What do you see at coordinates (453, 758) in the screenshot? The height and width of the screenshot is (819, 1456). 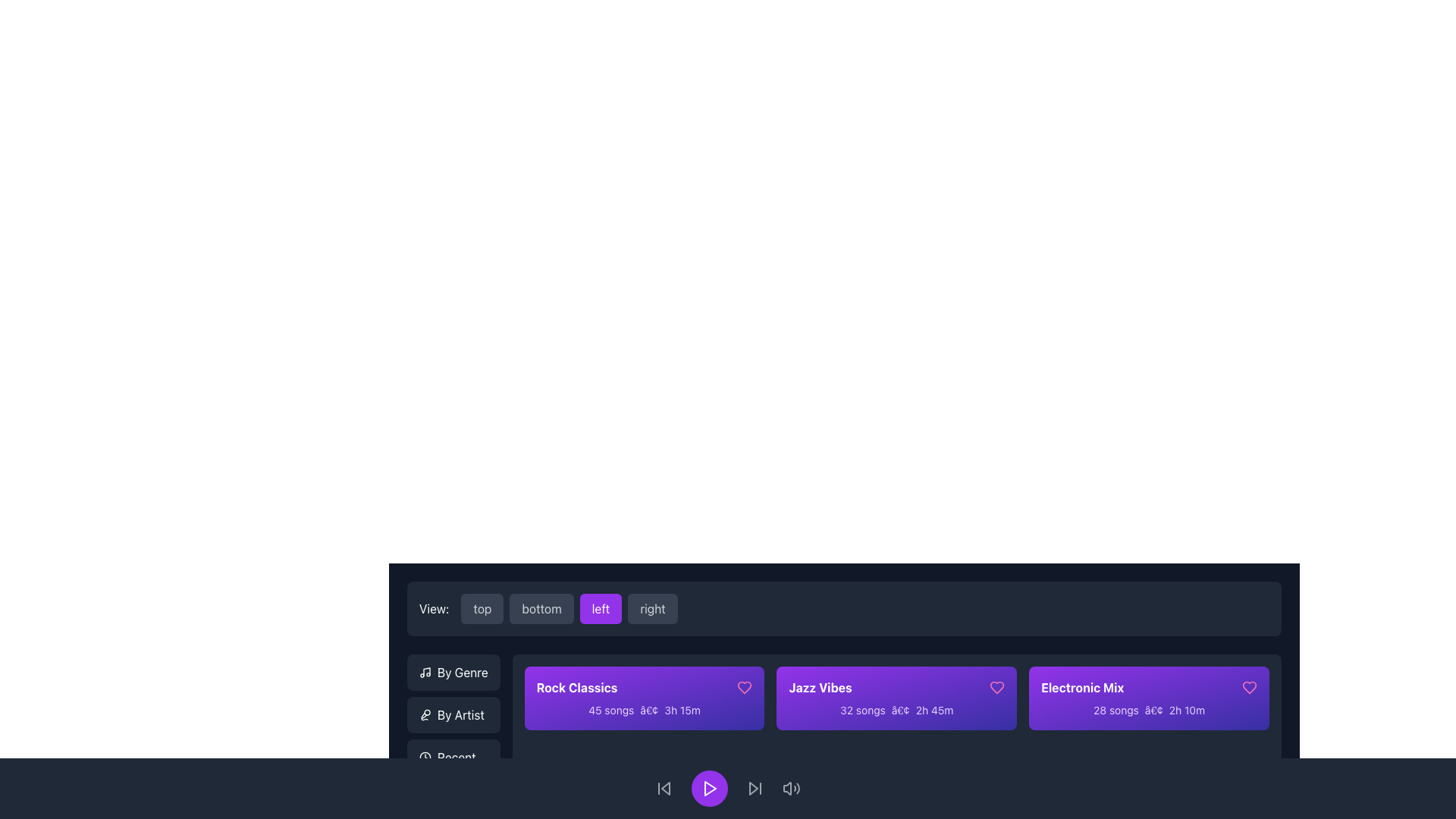 I see `the 'Recent' filter button located at the bottom-left side of the interface, which is the third button in the vertical button group including 'By Genre' and 'By Artist'` at bounding box center [453, 758].